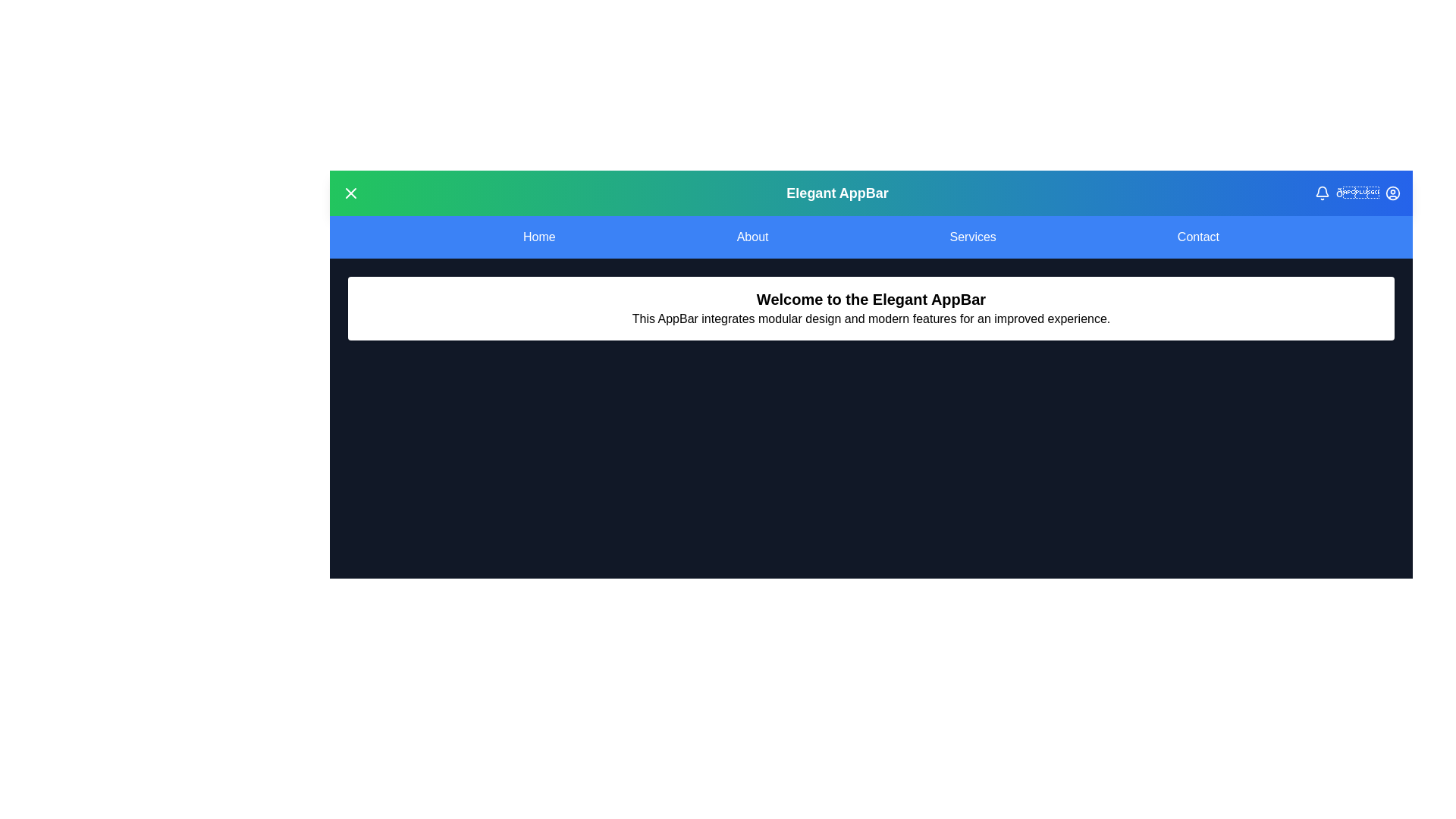 This screenshot has height=819, width=1456. I want to click on the dark mode button to toggle dark mode, so click(1357, 192).